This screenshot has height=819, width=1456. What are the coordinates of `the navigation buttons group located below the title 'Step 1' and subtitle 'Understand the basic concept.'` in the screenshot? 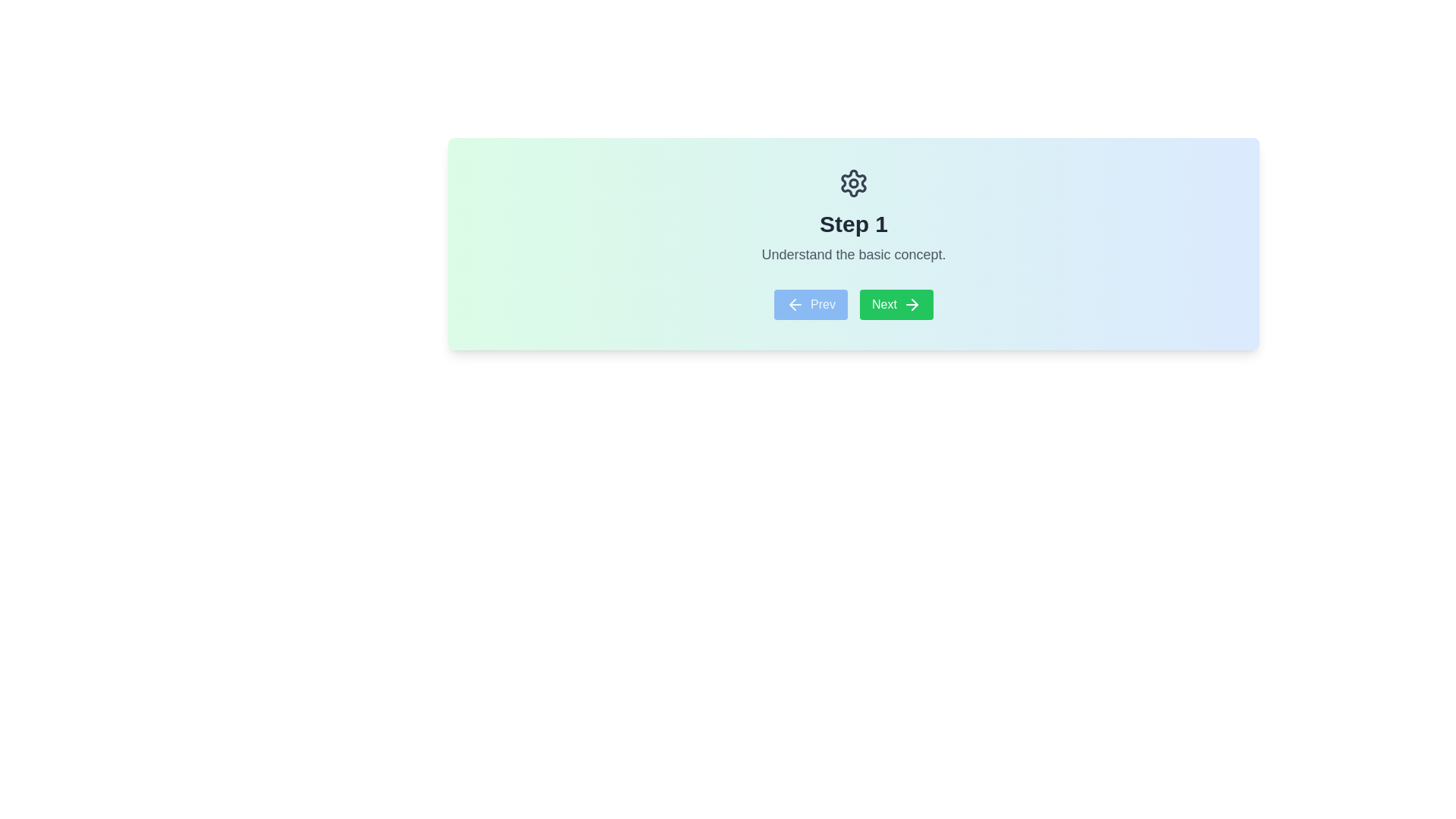 It's located at (854, 304).